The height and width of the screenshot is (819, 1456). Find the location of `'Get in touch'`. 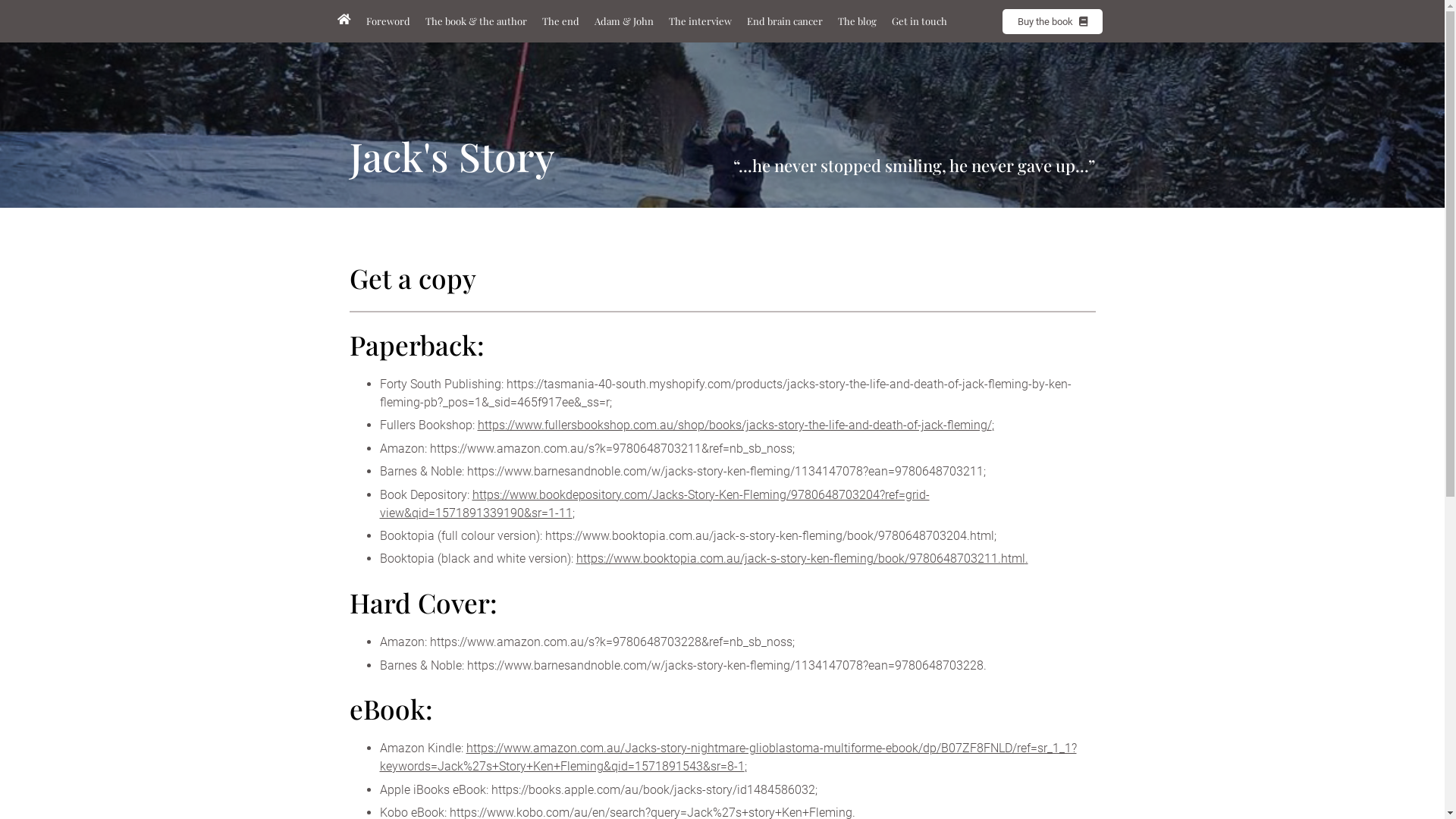

'Get in touch' is located at coordinates (918, 20).